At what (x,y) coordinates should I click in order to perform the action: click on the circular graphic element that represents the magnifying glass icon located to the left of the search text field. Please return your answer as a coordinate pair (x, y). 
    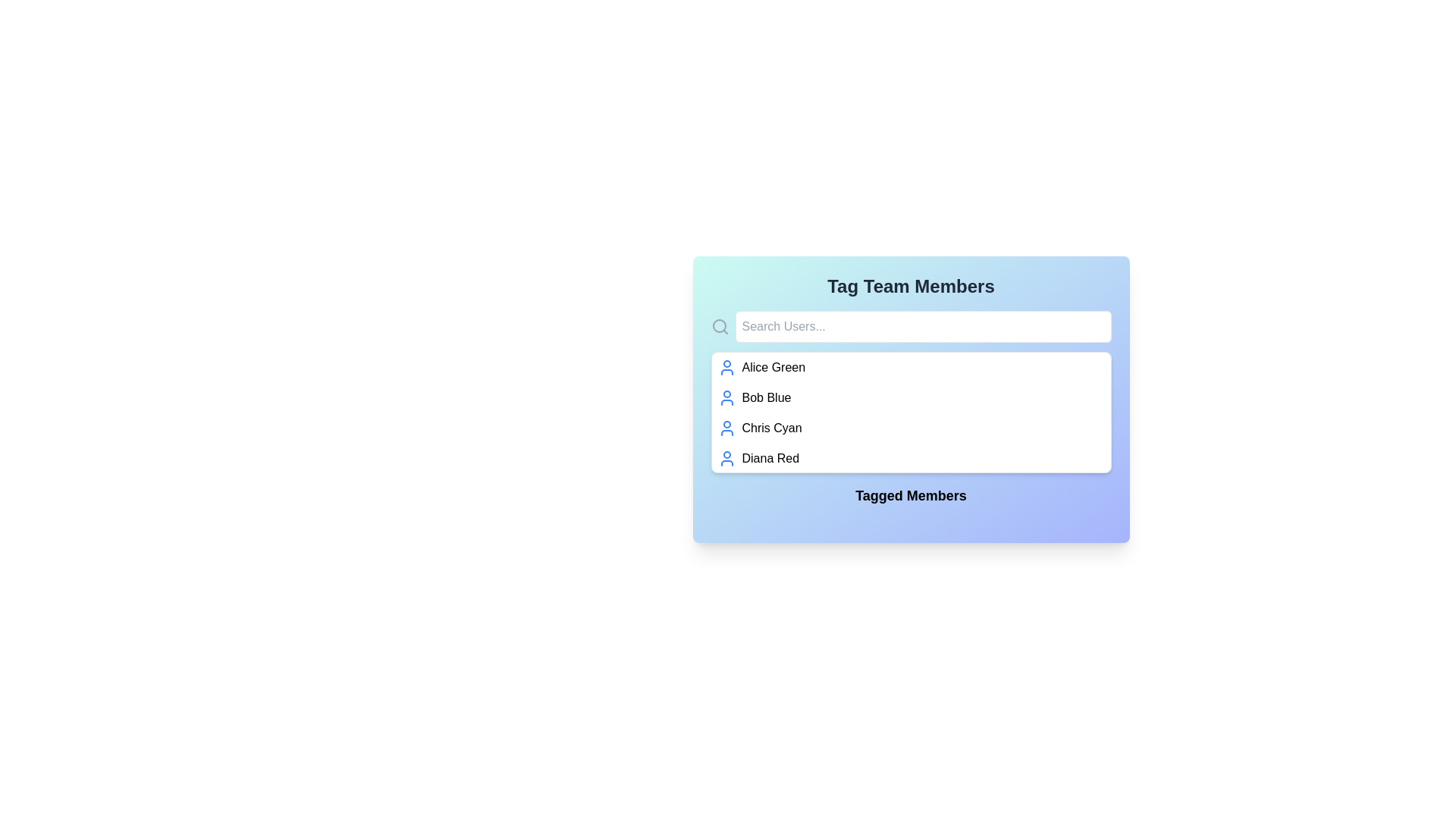
    Looking at the image, I should click on (718, 325).